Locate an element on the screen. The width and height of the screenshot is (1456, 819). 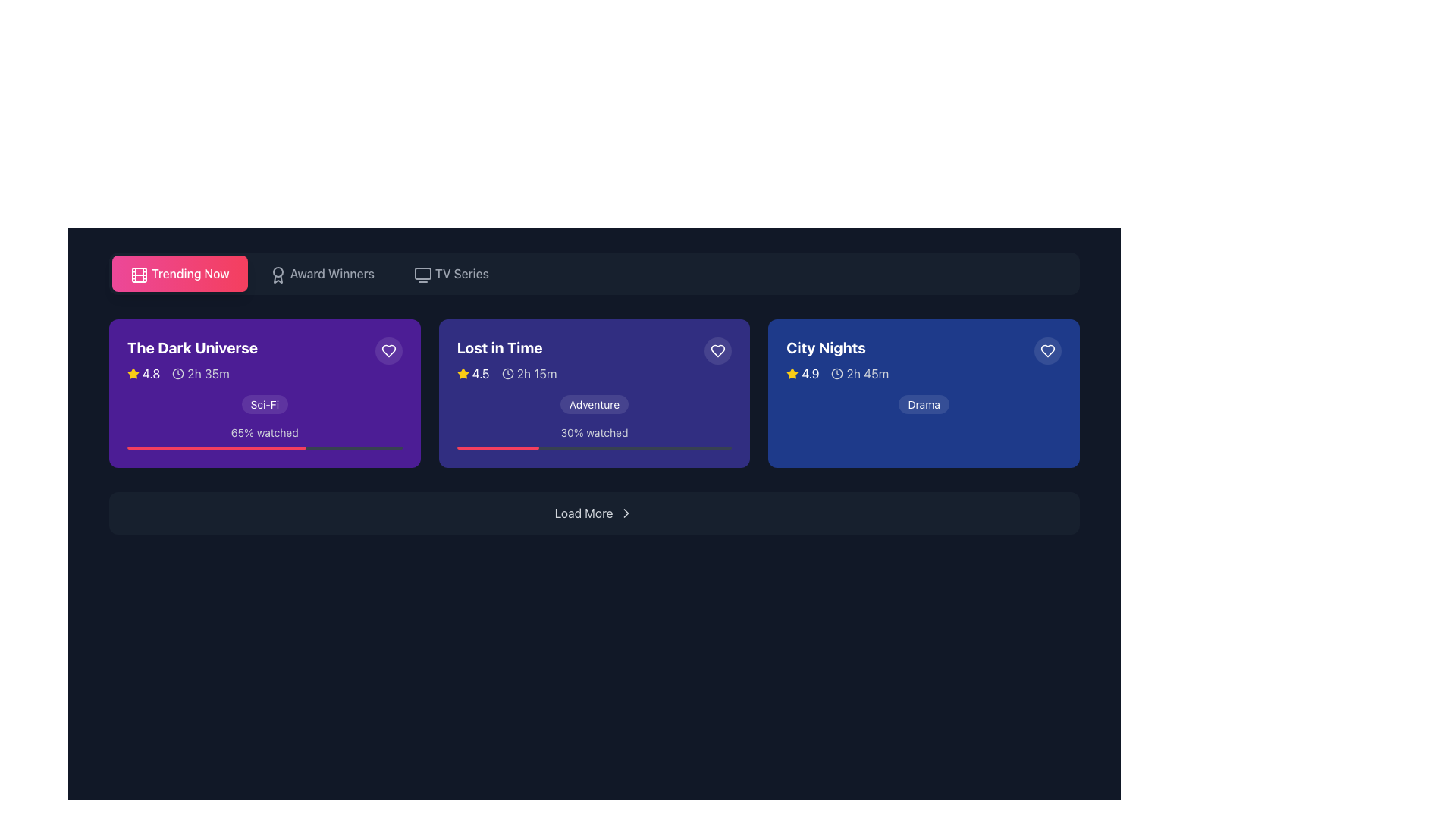
the favorite or like icon located in the top-right section of the 'City Nights' card, which is slightly inset within a rounded square background is located at coordinates (1047, 350).